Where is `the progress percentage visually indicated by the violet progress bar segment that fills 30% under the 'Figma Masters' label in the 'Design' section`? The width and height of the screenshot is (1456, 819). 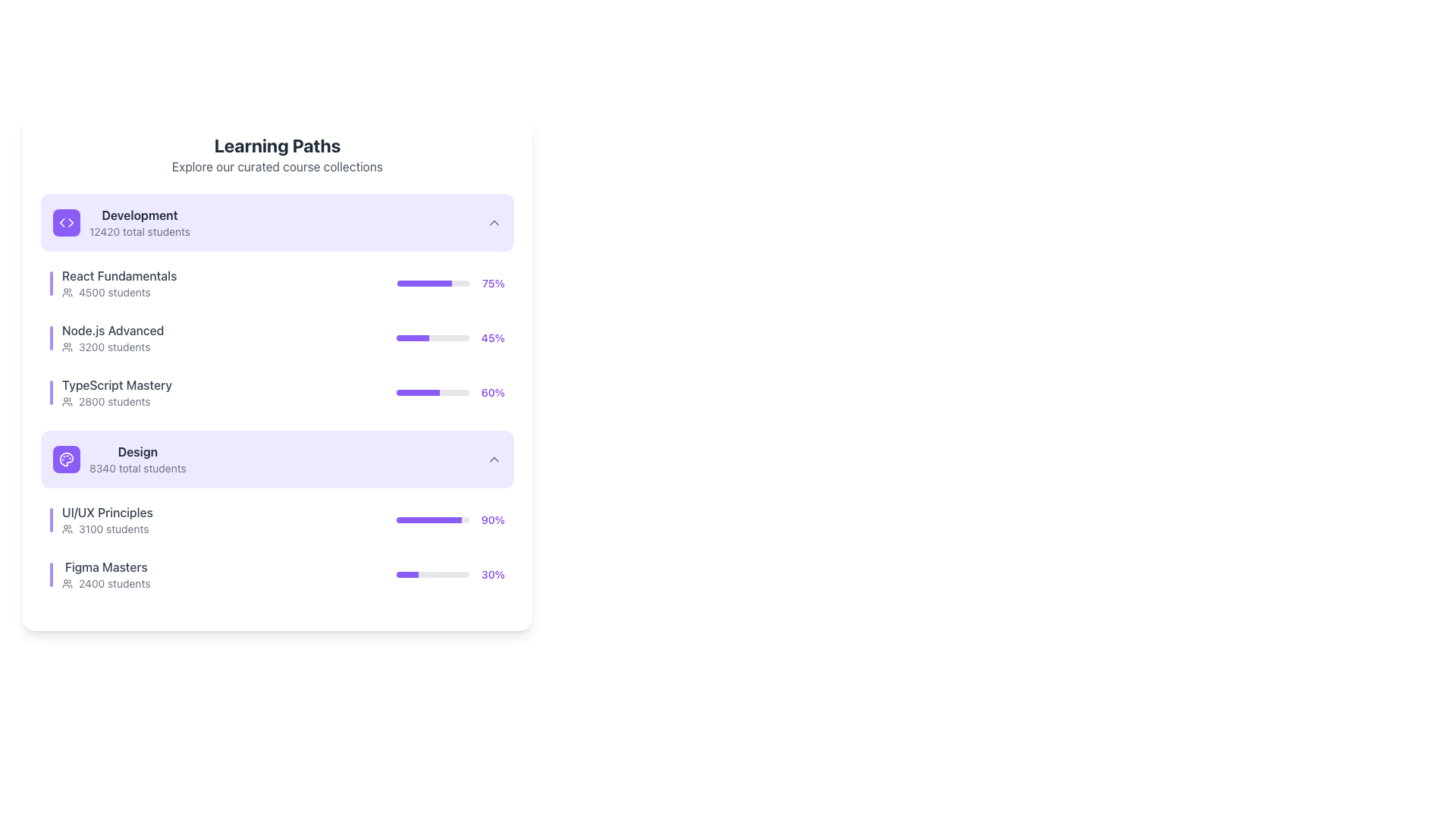 the progress percentage visually indicated by the violet progress bar segment that fills 30% under the 'Figma Masters' label in the 'Design' section is located at coordinates (407, 575).